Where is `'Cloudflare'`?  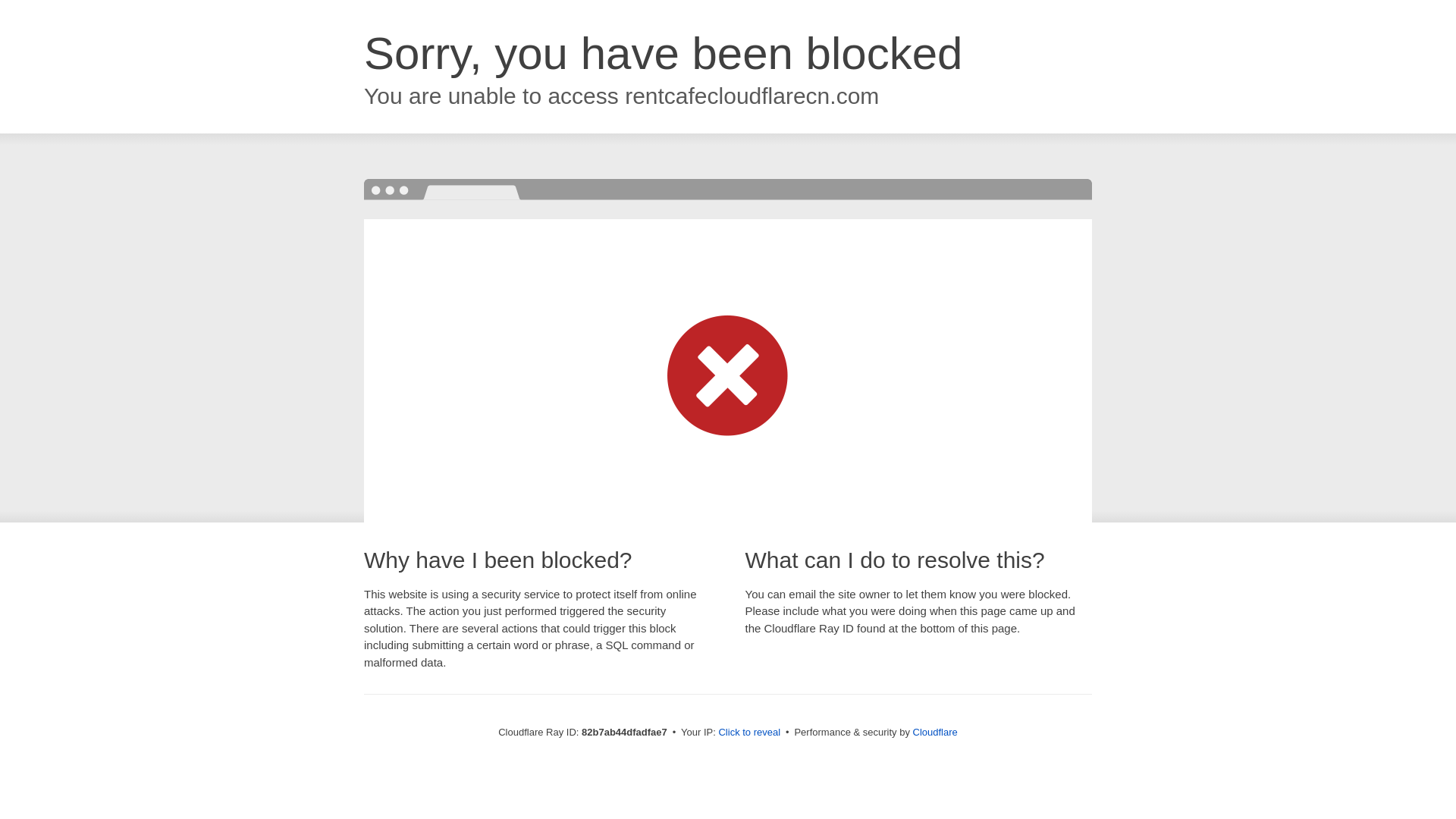 'Cloudflare' is located at coordinates (912, 731).